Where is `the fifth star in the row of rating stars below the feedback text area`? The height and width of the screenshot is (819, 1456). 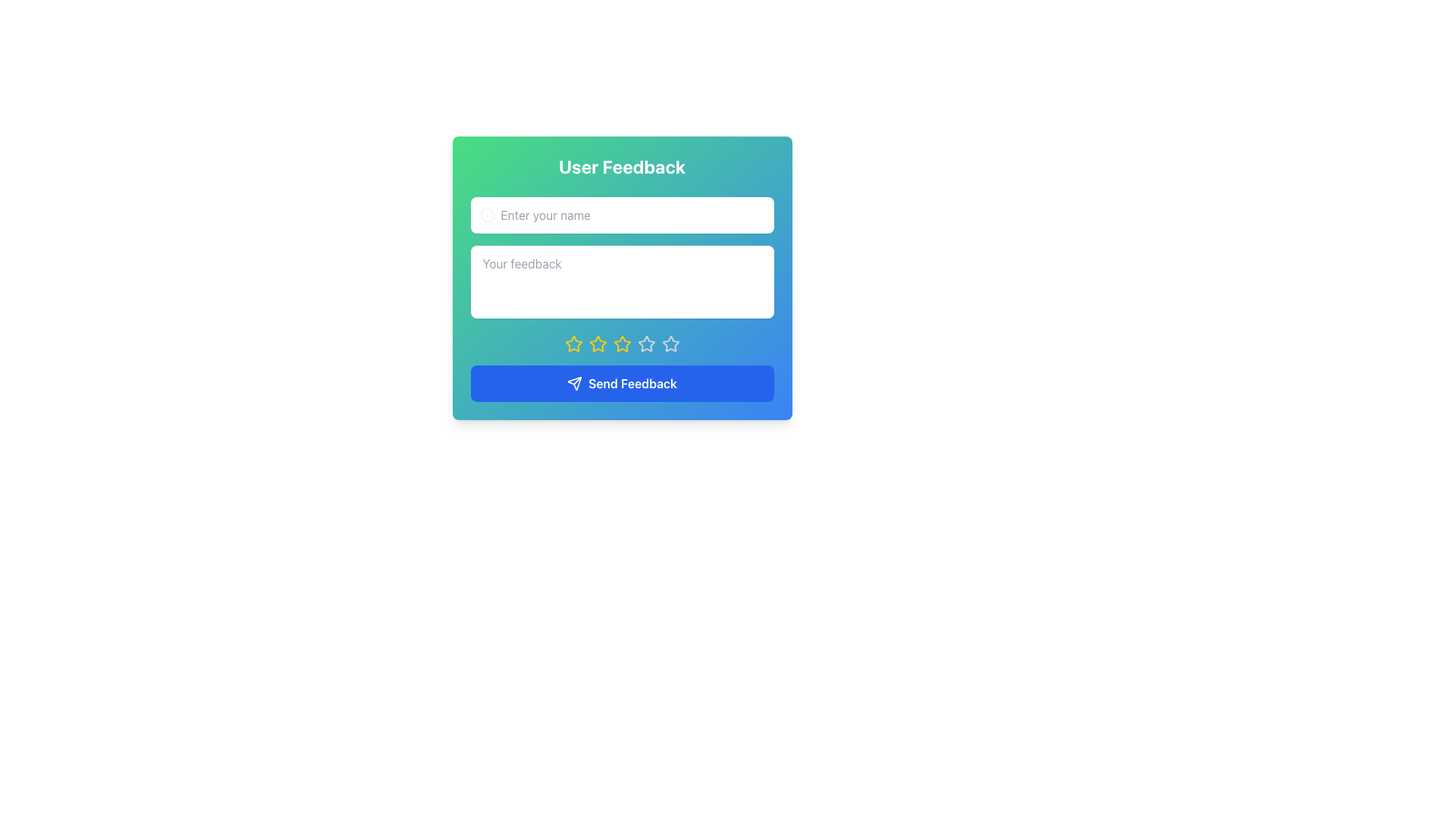
the fifth star in the row of rating stars below the feedback text area is located at coordinates (670, 344).